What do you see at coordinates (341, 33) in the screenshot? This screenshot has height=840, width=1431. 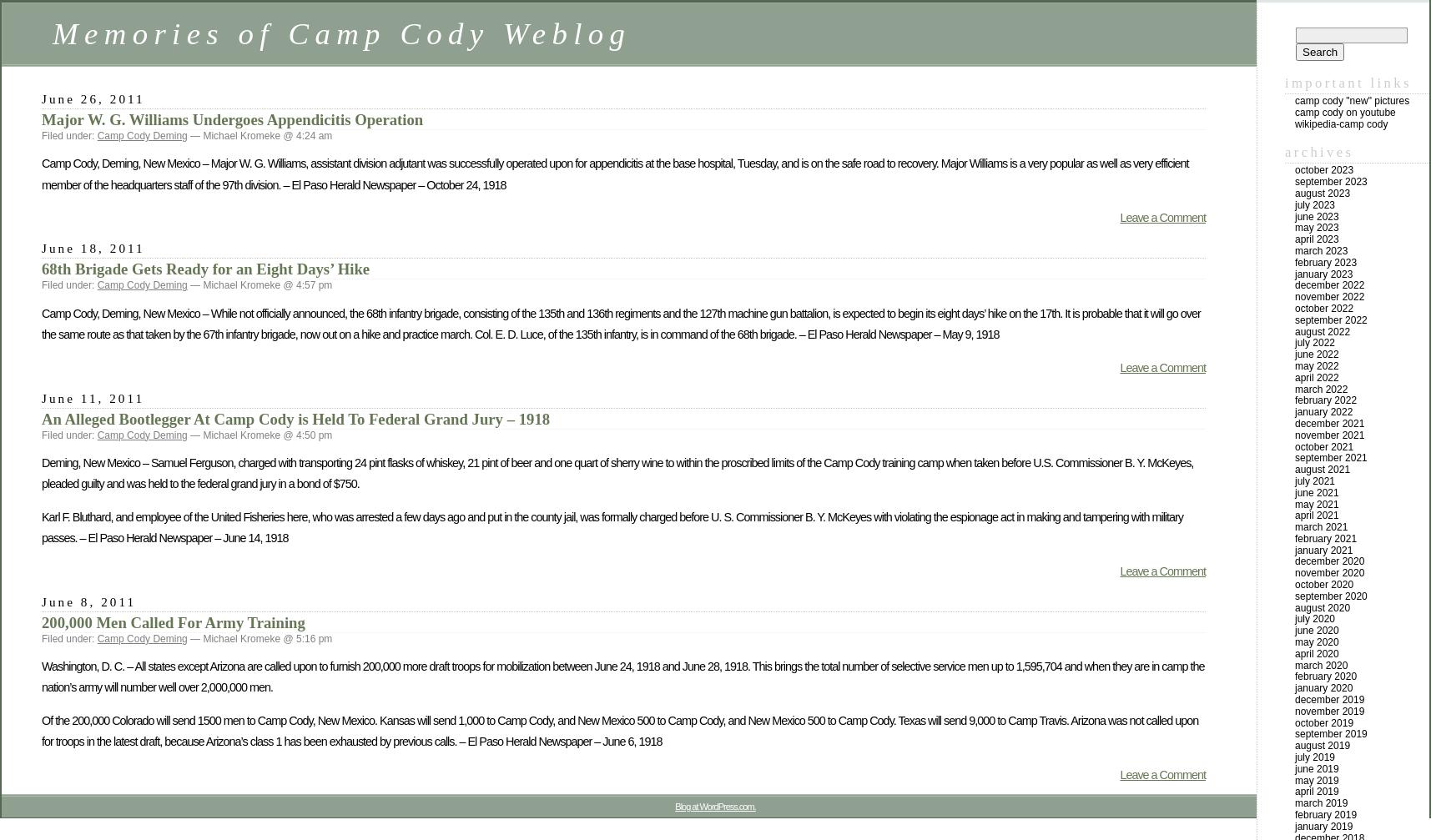 I see `'Memories of Camp Cody Weblog'` at bounding box center [341, 33].